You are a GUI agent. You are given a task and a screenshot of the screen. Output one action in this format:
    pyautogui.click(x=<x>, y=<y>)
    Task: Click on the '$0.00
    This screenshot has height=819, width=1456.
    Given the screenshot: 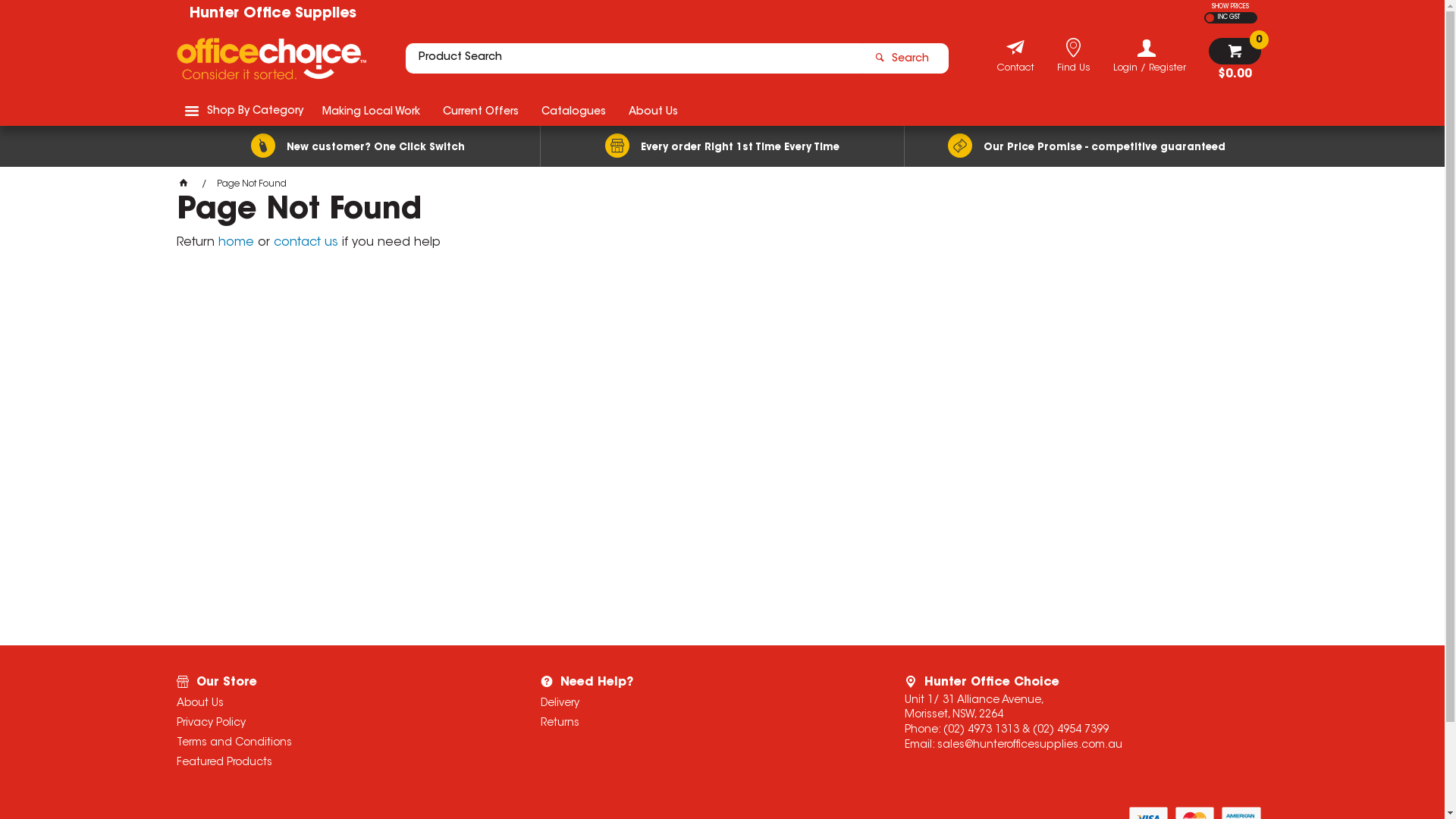 What is the action you would take?
    pyautogui.click(x=1207, y=58)
    